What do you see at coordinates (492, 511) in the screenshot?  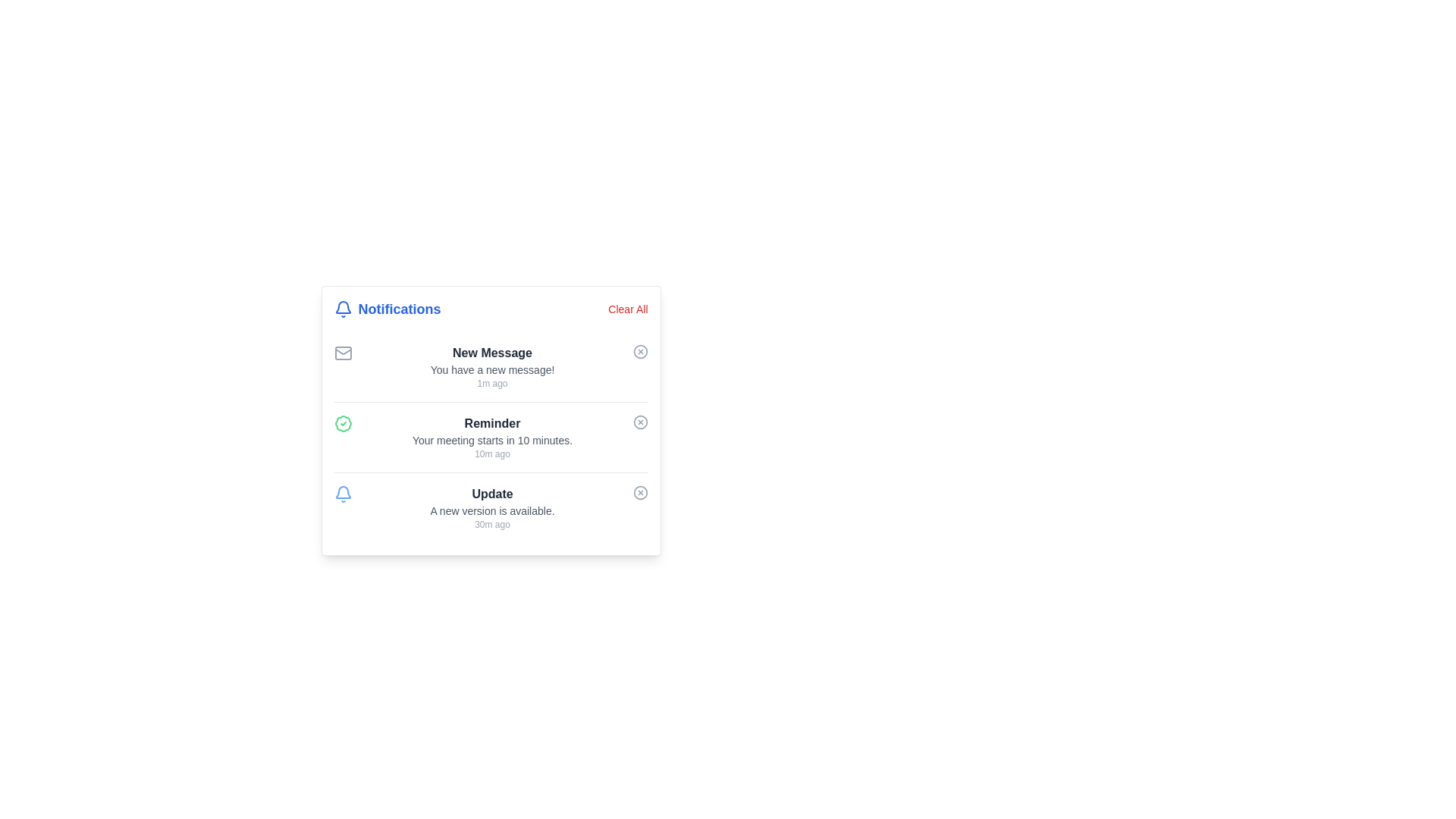 I see `the text label stating 'A new version is available.' which is styled in gray and located below the 'Update' headline in the notification card` at bounding box center [492, 511].